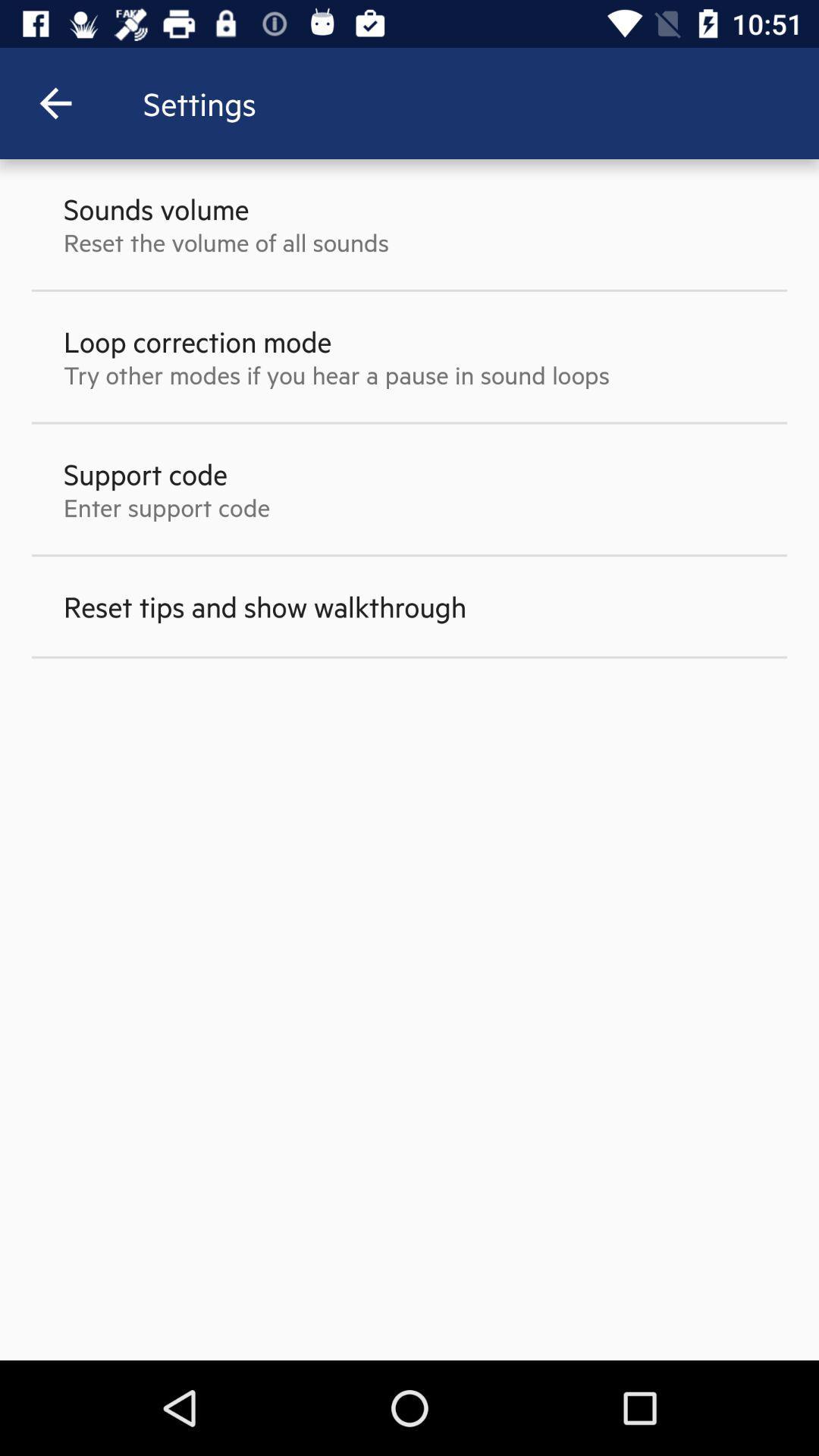 The width and height of the screenshot is (819, 1456). Describe the element at coordinates (335, 375) in the screenshot. I see `item below the loop correction mode item` at that location.